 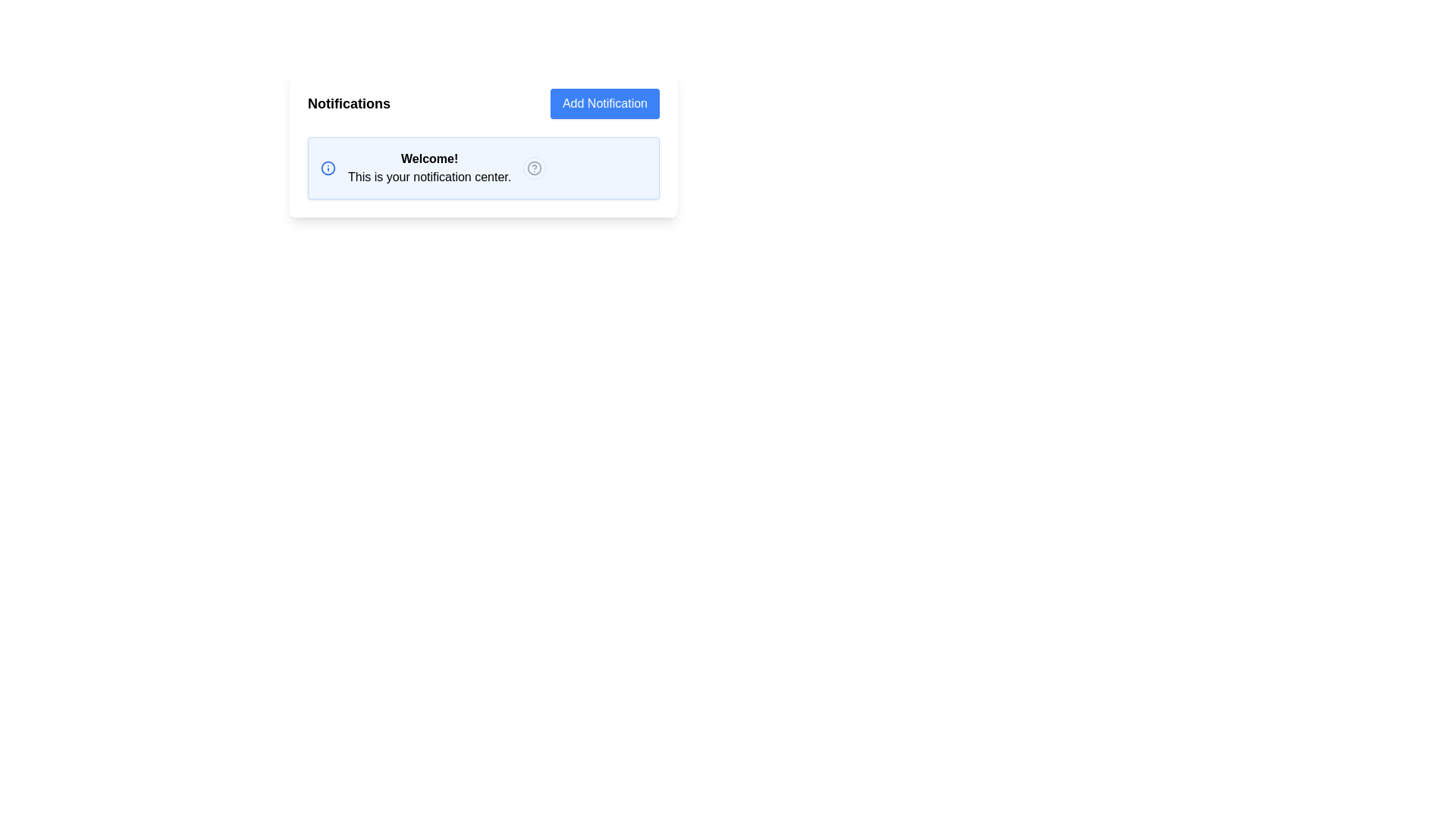 What do you see at coordinates (604, 103) in the screenshot?
I see `the rectangular button with a blue background and white text that says 'Add Notification'` at bounding box center [604, 103].